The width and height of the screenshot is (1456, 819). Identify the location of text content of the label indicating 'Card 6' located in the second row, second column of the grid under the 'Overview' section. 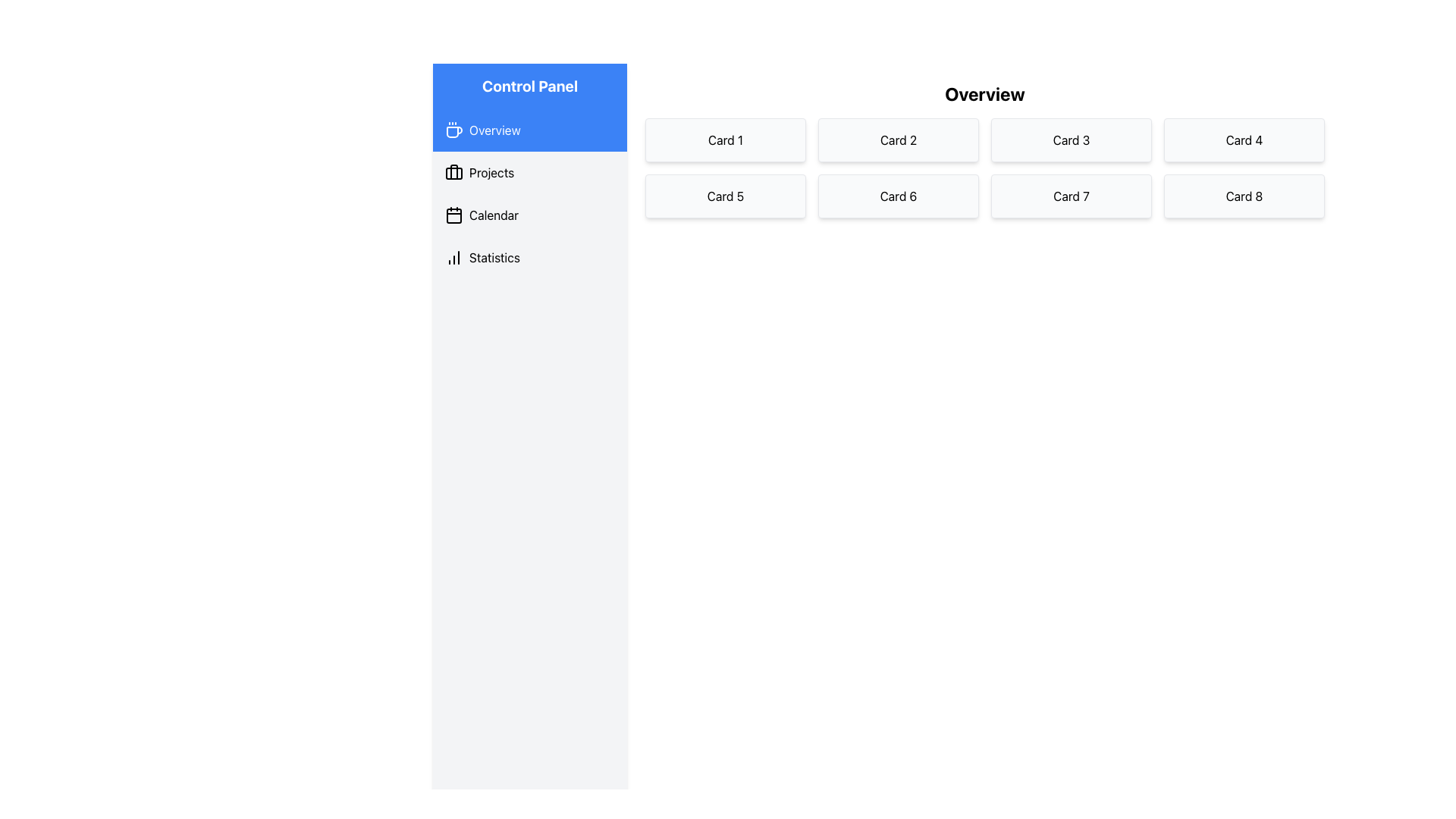
(899, 195).